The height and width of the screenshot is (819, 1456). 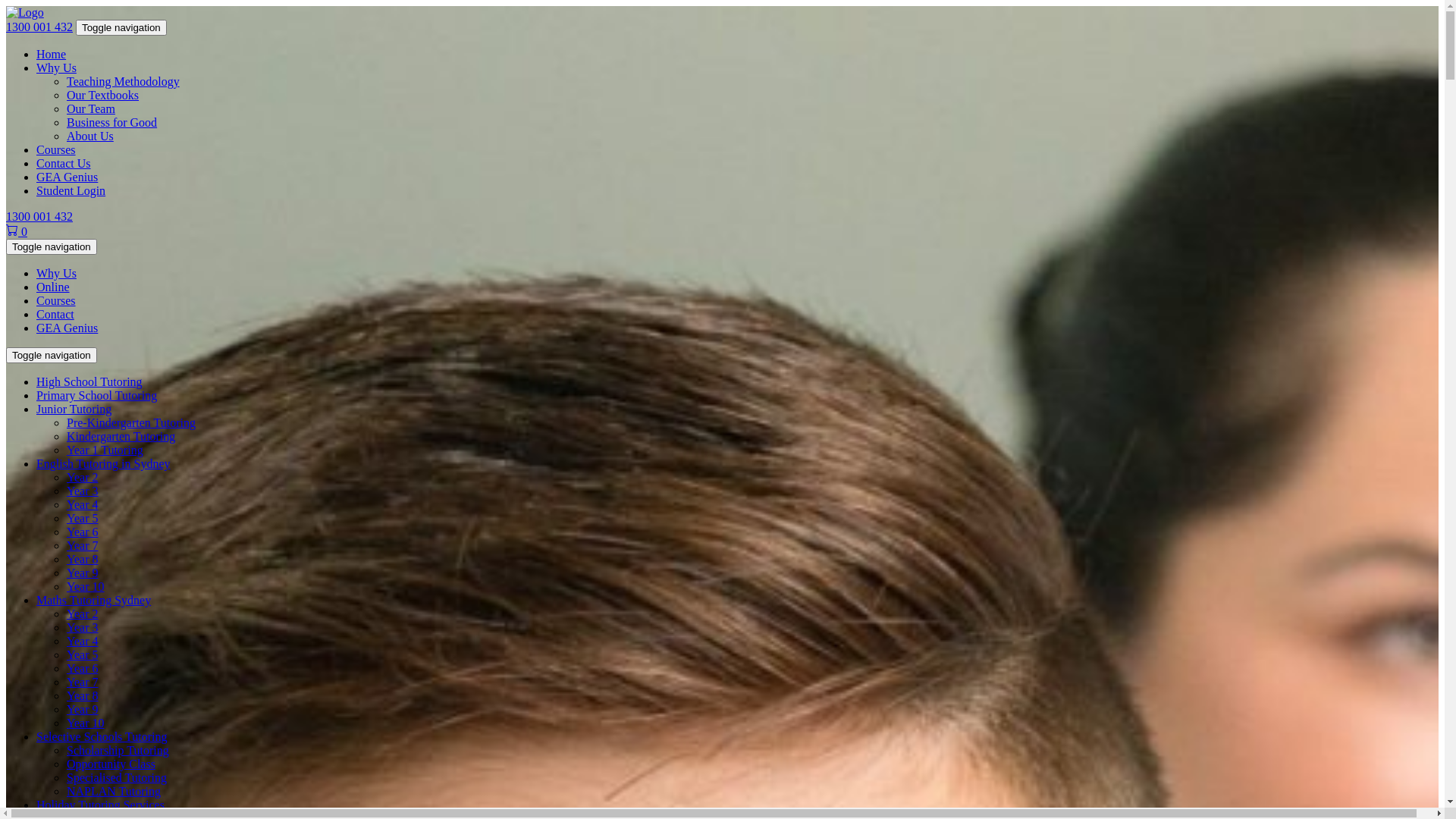 I want to click on 'Year 9', so click(x=81, y=573).